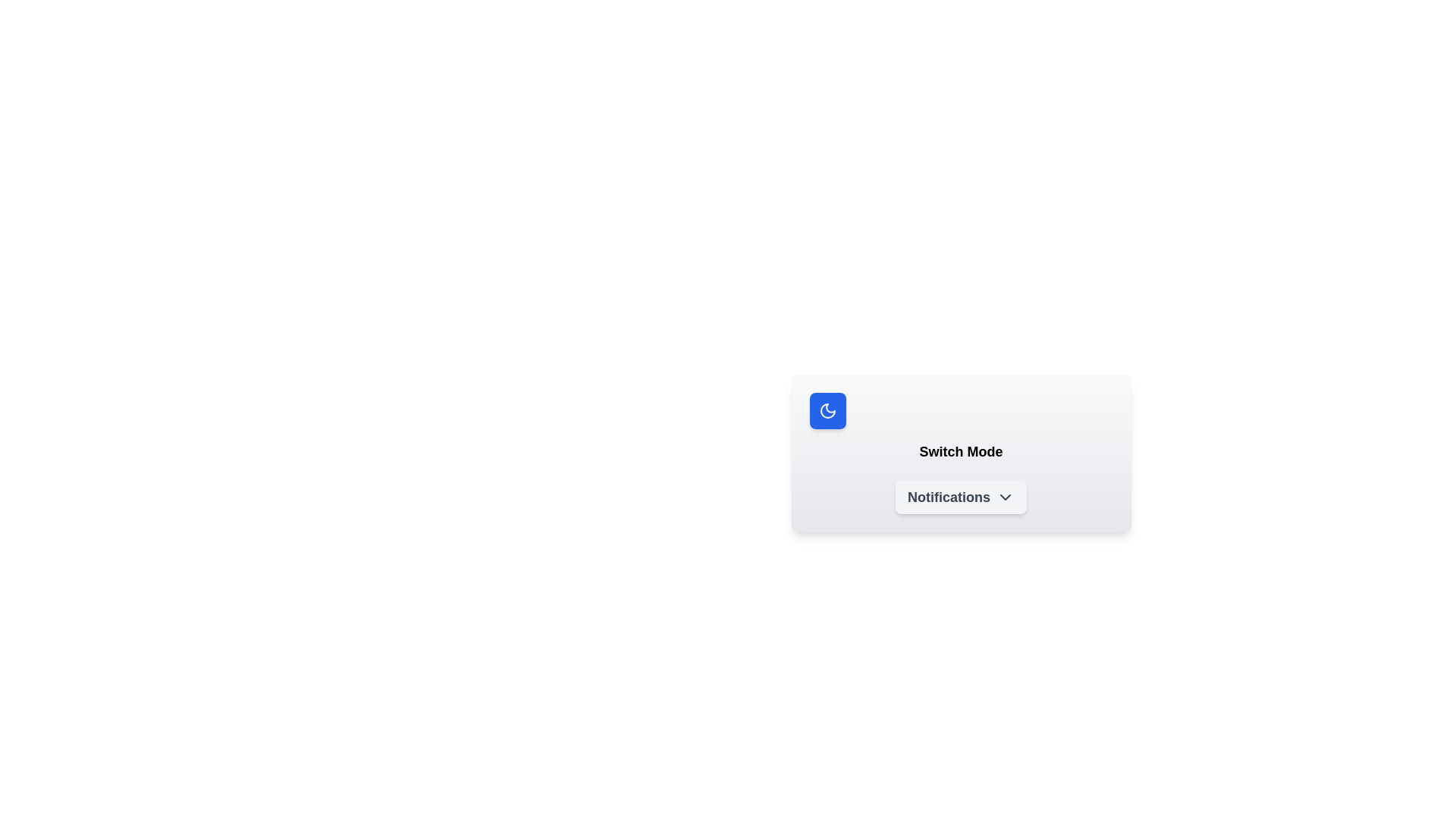 The image size is (1456, 819). I want to click on the crescent moon-shaped icon surrounded by a circular outline, so click(827, 411).